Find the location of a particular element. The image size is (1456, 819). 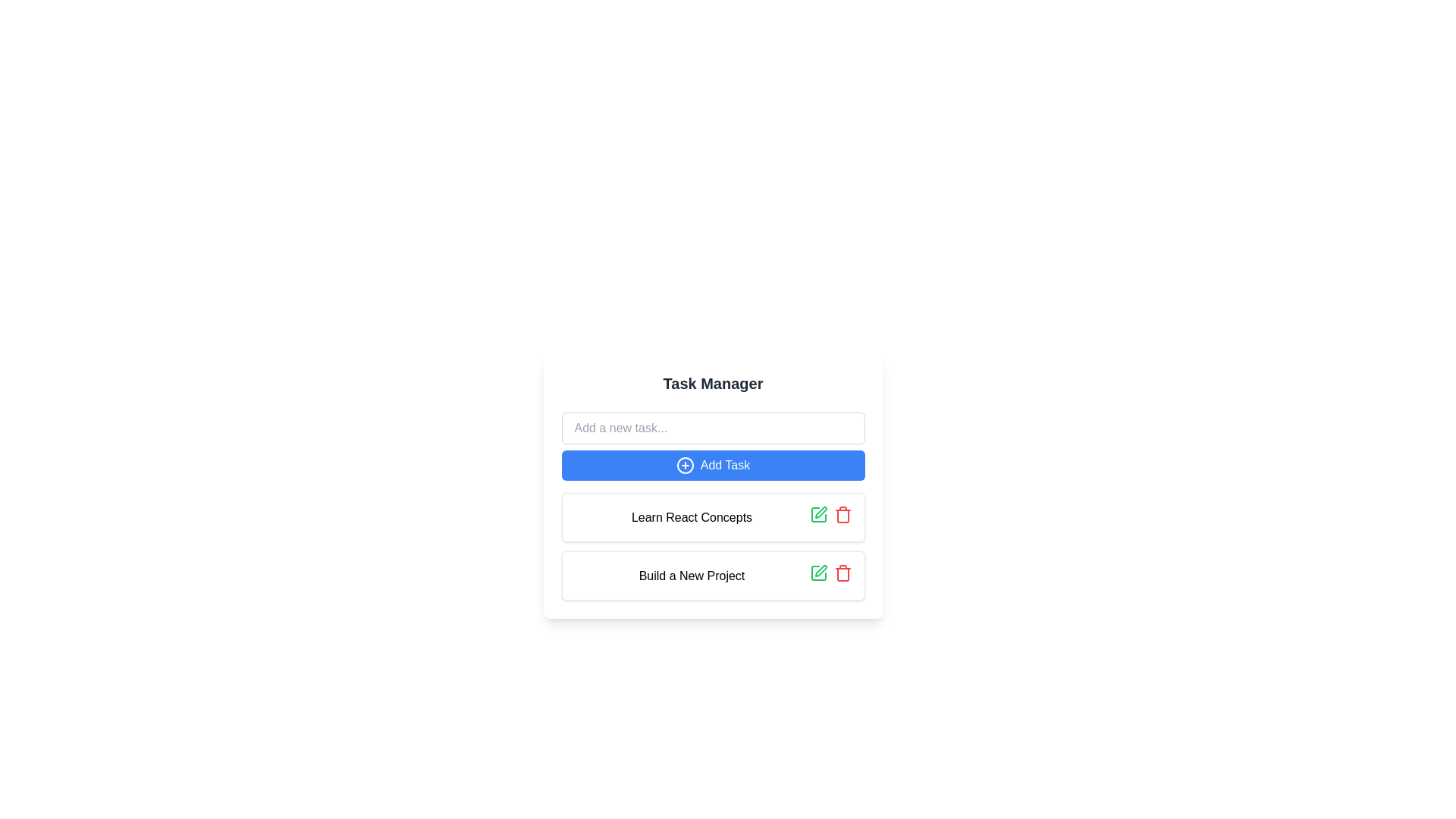

text from the task label positioned as the first visible item in the task management interface, located below the 'Add Task' button is located at coordinates (691, 516).